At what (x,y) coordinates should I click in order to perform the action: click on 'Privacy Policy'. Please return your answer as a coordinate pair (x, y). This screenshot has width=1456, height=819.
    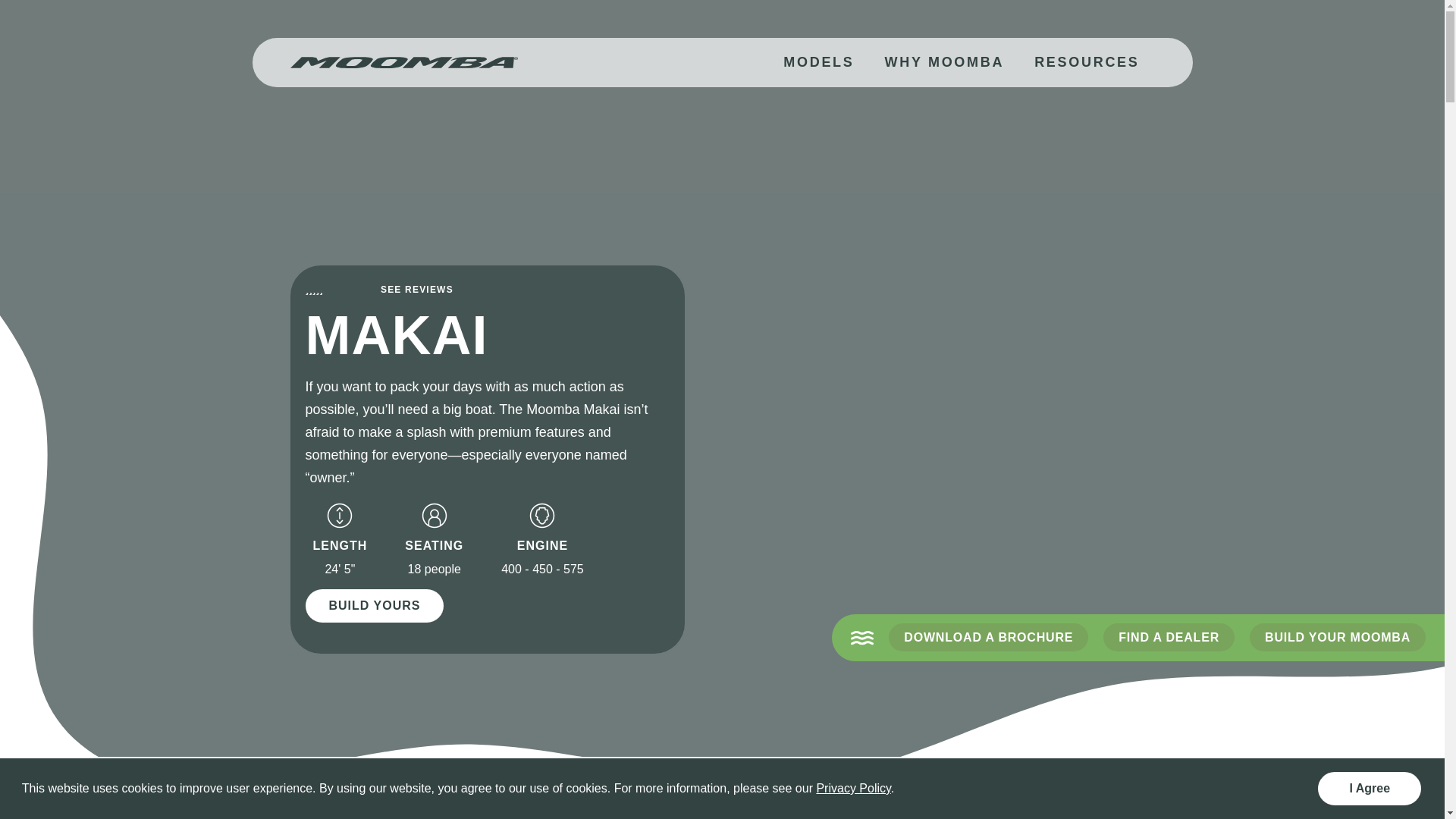
    Looking at the image, I should click on (852, 787).